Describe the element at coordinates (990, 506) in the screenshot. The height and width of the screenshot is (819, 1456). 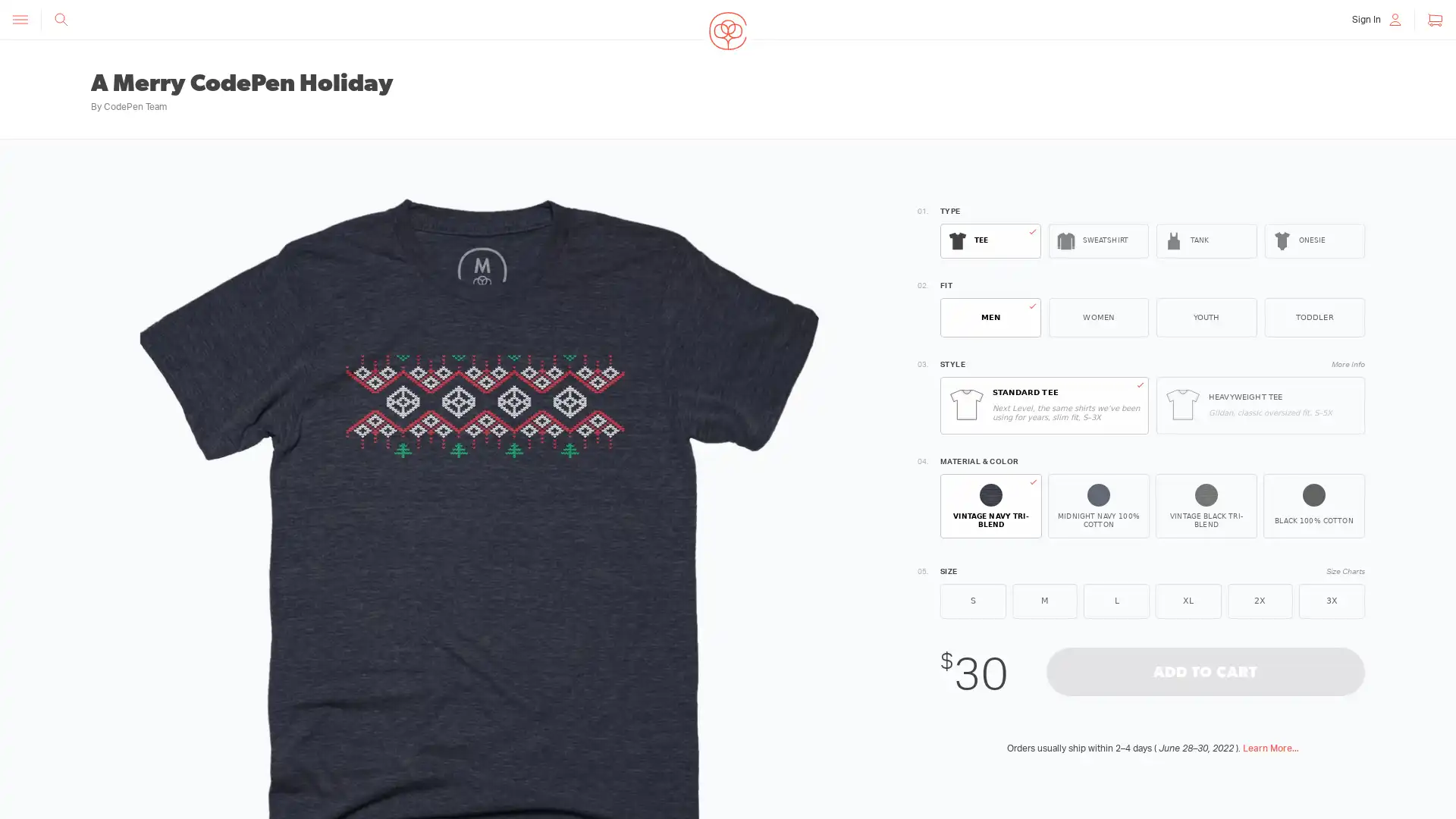
I see `VINTAGE NAVY TRI-BLEND` at that location.